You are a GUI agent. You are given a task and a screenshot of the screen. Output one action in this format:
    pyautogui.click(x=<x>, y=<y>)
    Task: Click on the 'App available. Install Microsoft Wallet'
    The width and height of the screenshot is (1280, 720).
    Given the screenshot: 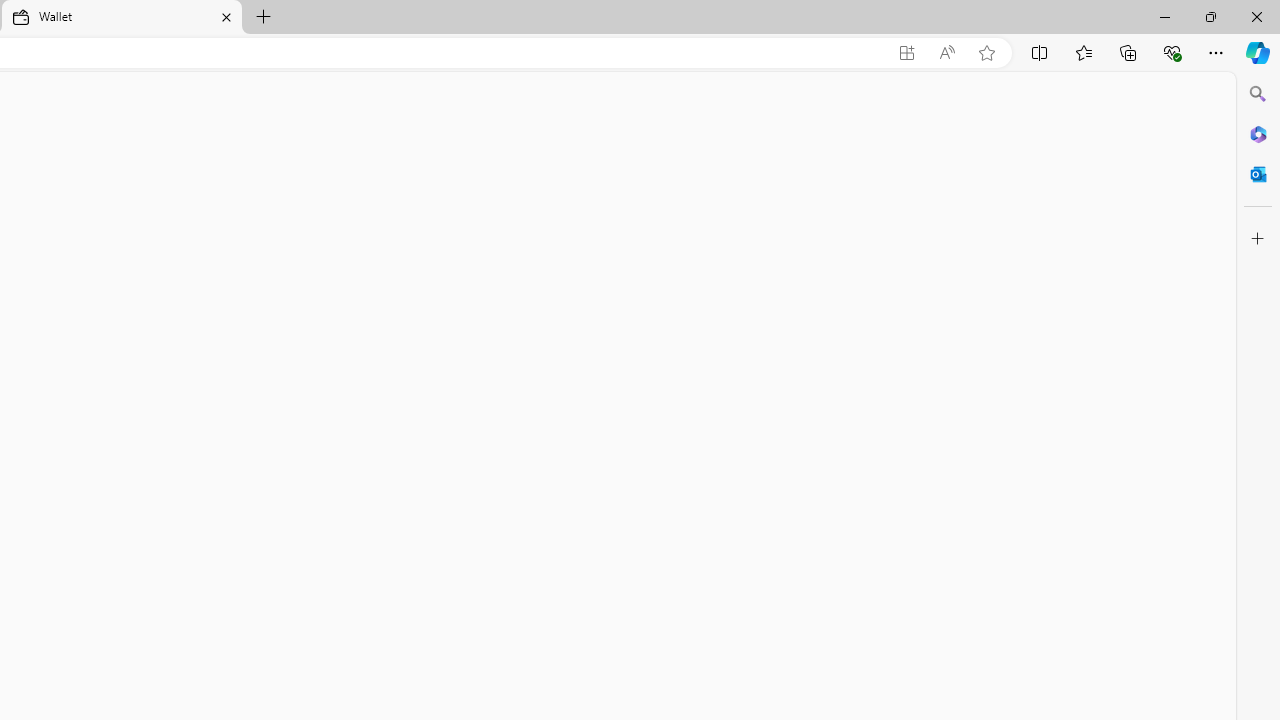 What is the action you would take?
    pyautogui.click(x=905, y=52)
    